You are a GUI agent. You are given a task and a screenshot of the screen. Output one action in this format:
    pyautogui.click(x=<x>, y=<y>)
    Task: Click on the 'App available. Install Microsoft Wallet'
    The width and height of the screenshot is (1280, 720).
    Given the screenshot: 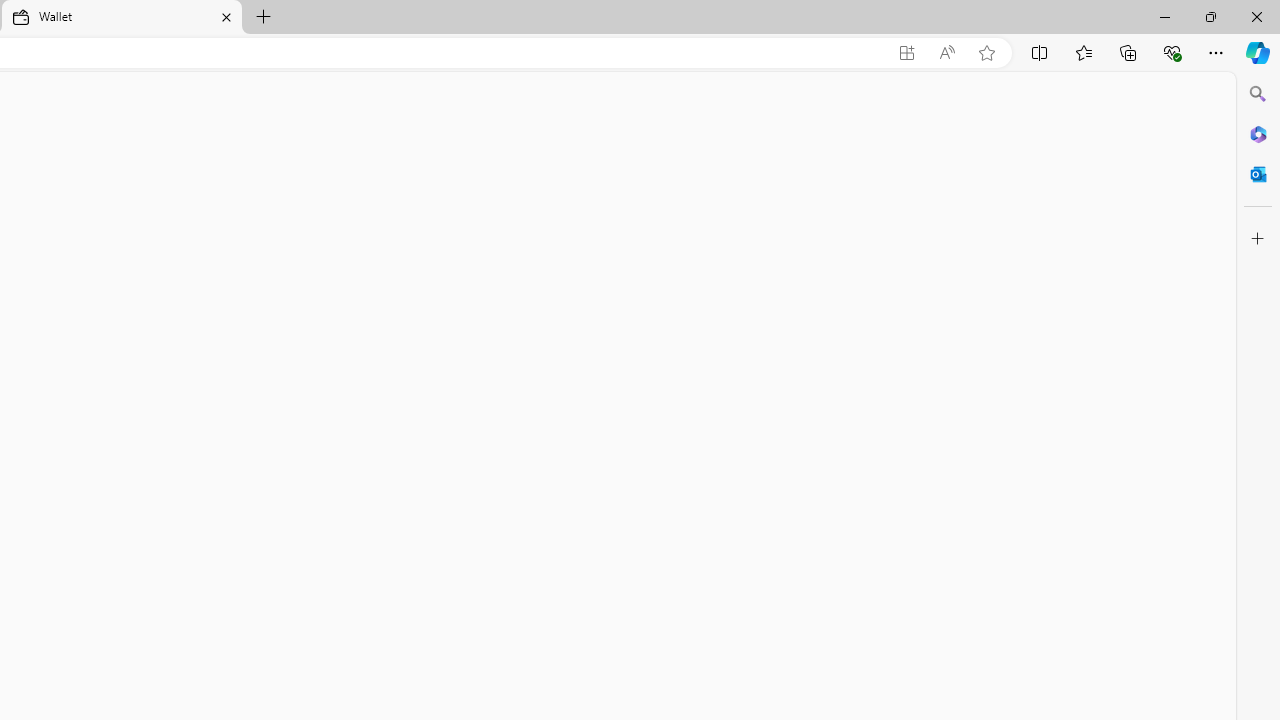 What is the action you would take?
    pyautogui.click(x=905, y=52)
    